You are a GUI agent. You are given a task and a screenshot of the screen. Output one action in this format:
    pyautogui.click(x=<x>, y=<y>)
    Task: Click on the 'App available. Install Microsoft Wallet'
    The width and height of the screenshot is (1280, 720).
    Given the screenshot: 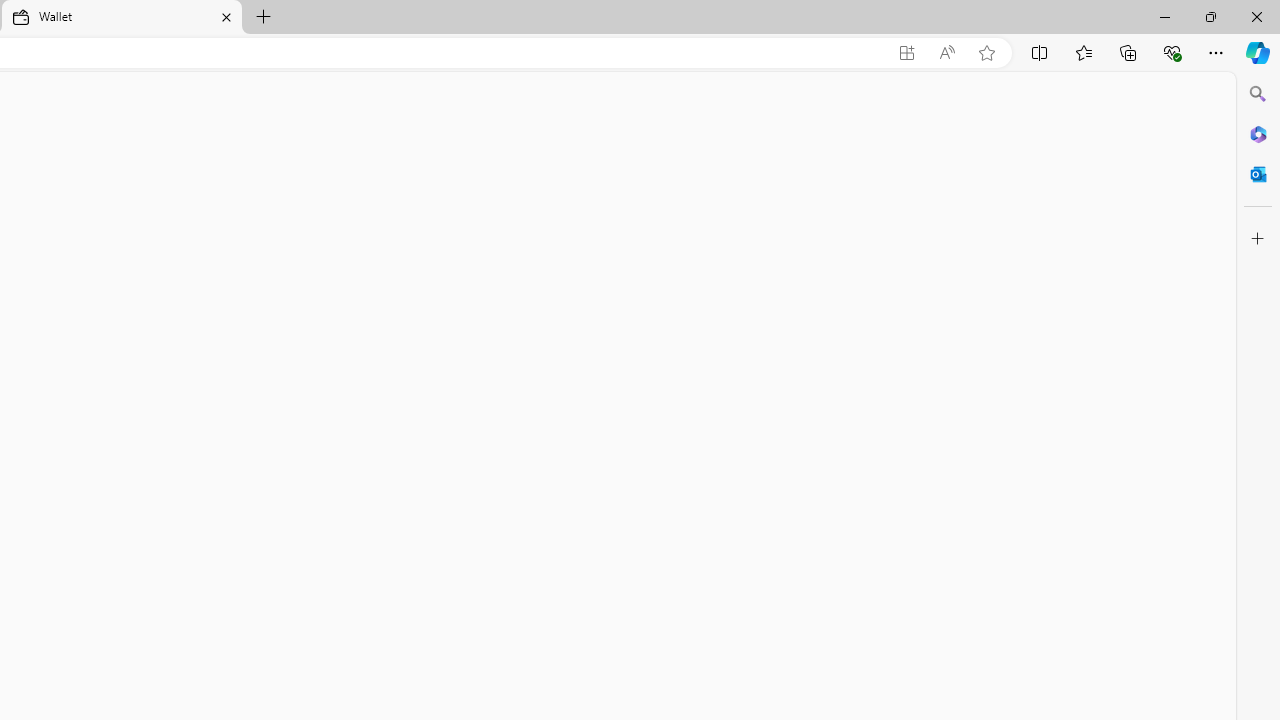 What is the action you would take?
    pyautogui.click(x=905, y=52)
    